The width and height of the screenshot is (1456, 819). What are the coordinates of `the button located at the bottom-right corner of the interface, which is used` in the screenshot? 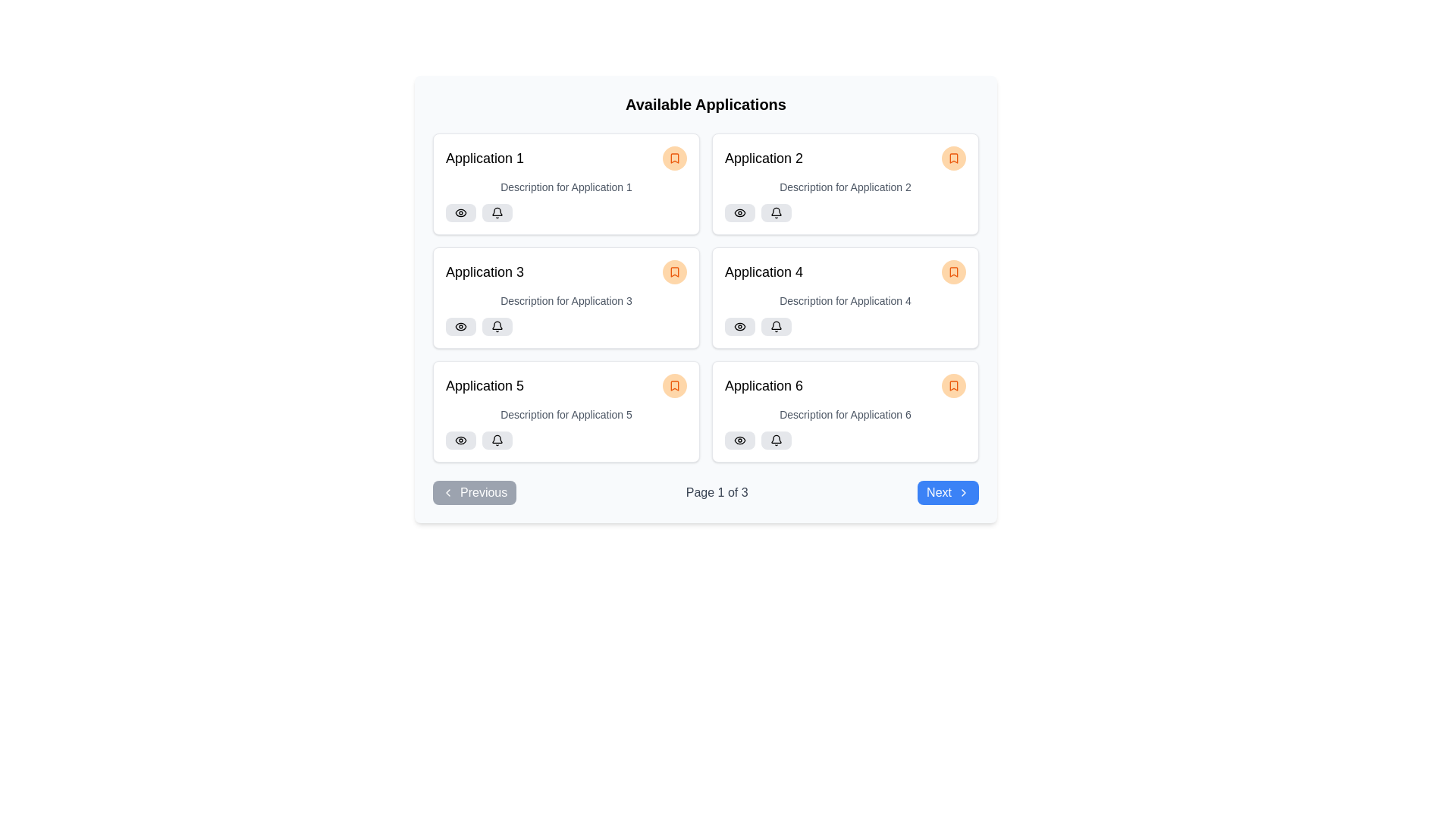 It's located at (947, 493).